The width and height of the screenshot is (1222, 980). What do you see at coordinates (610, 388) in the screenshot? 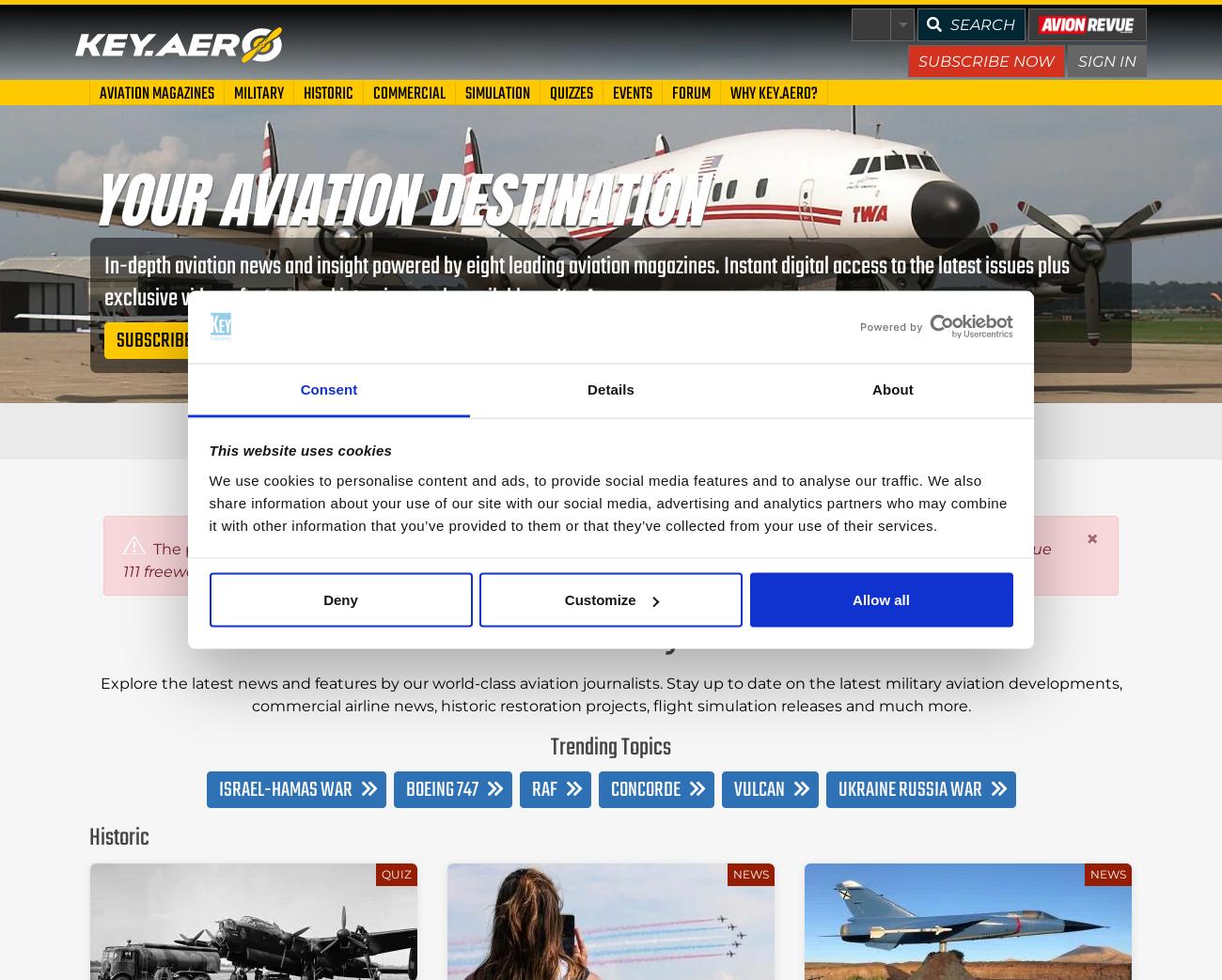
I see `'Details'` at bounding box center [610, 388].